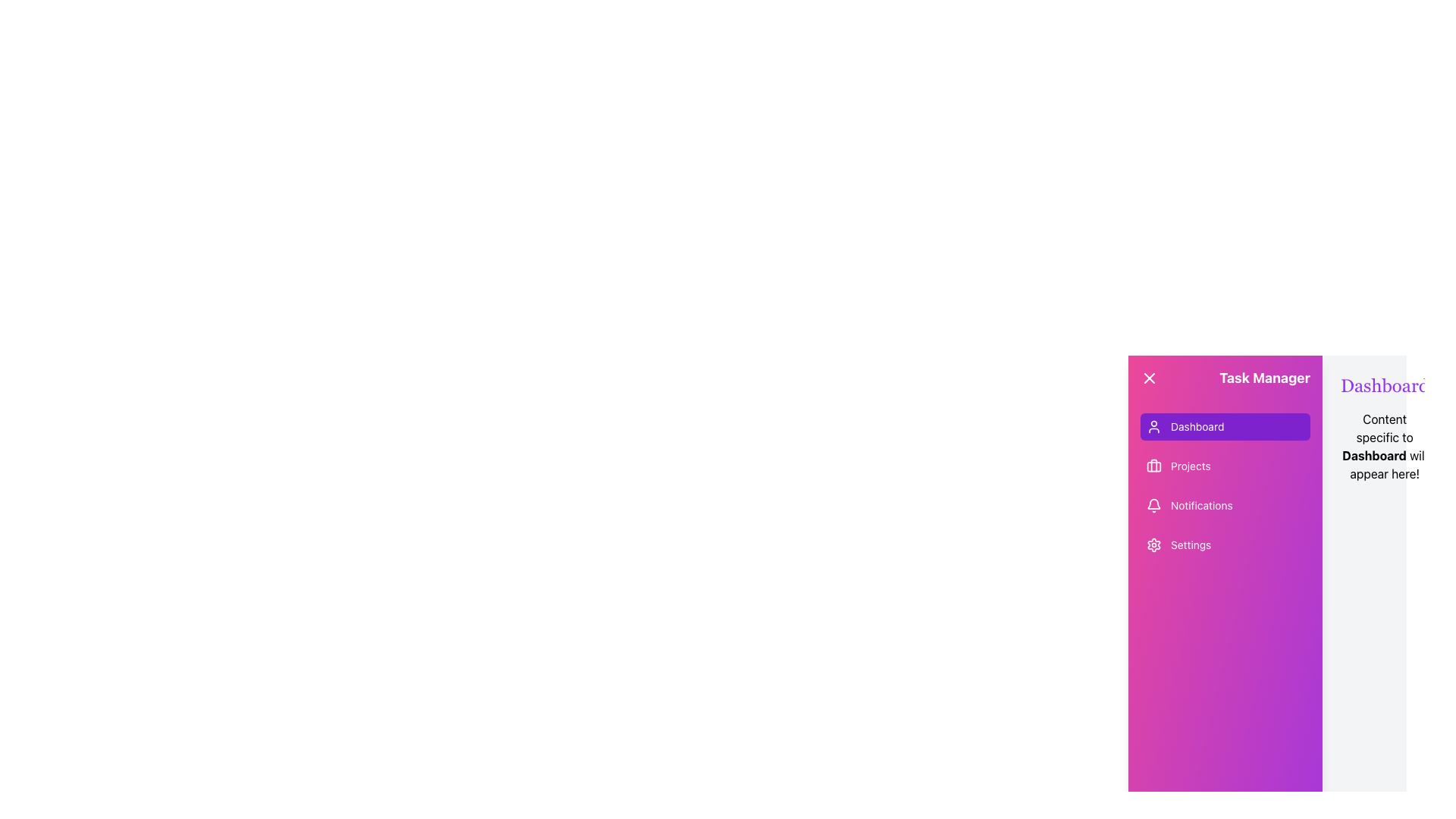  I want to click on the user silhouette icon with a thin outline on a purple background, located to the left of the 'Dashboard' text in the menu bar, so click(1153, 427).